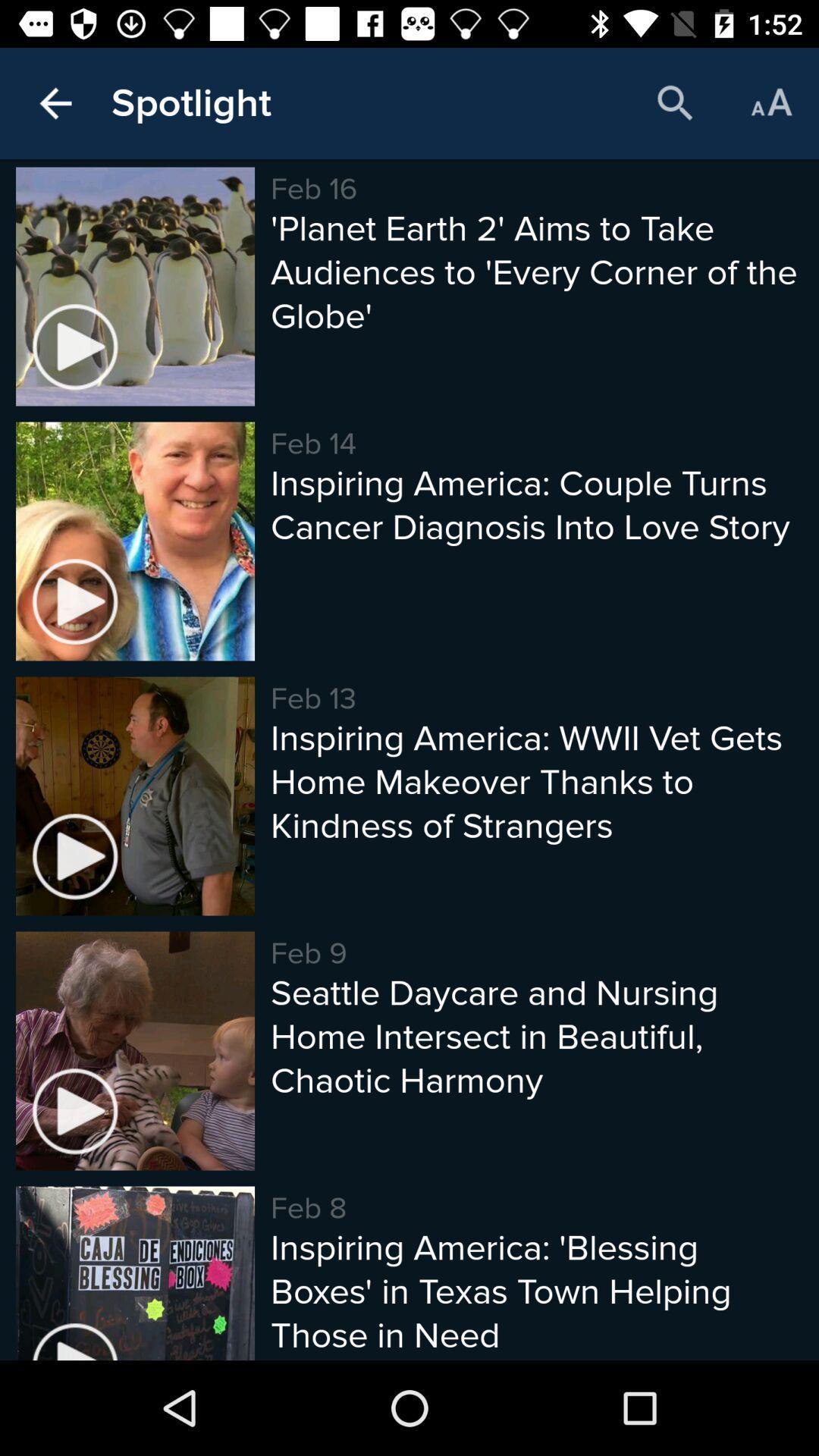 Image resolution: width=819 pixels, height=1456 pixels. Describe the element at coordinates (190, 102) in the screenshot. I see `icon to the left of feb 16 icon` at that location.